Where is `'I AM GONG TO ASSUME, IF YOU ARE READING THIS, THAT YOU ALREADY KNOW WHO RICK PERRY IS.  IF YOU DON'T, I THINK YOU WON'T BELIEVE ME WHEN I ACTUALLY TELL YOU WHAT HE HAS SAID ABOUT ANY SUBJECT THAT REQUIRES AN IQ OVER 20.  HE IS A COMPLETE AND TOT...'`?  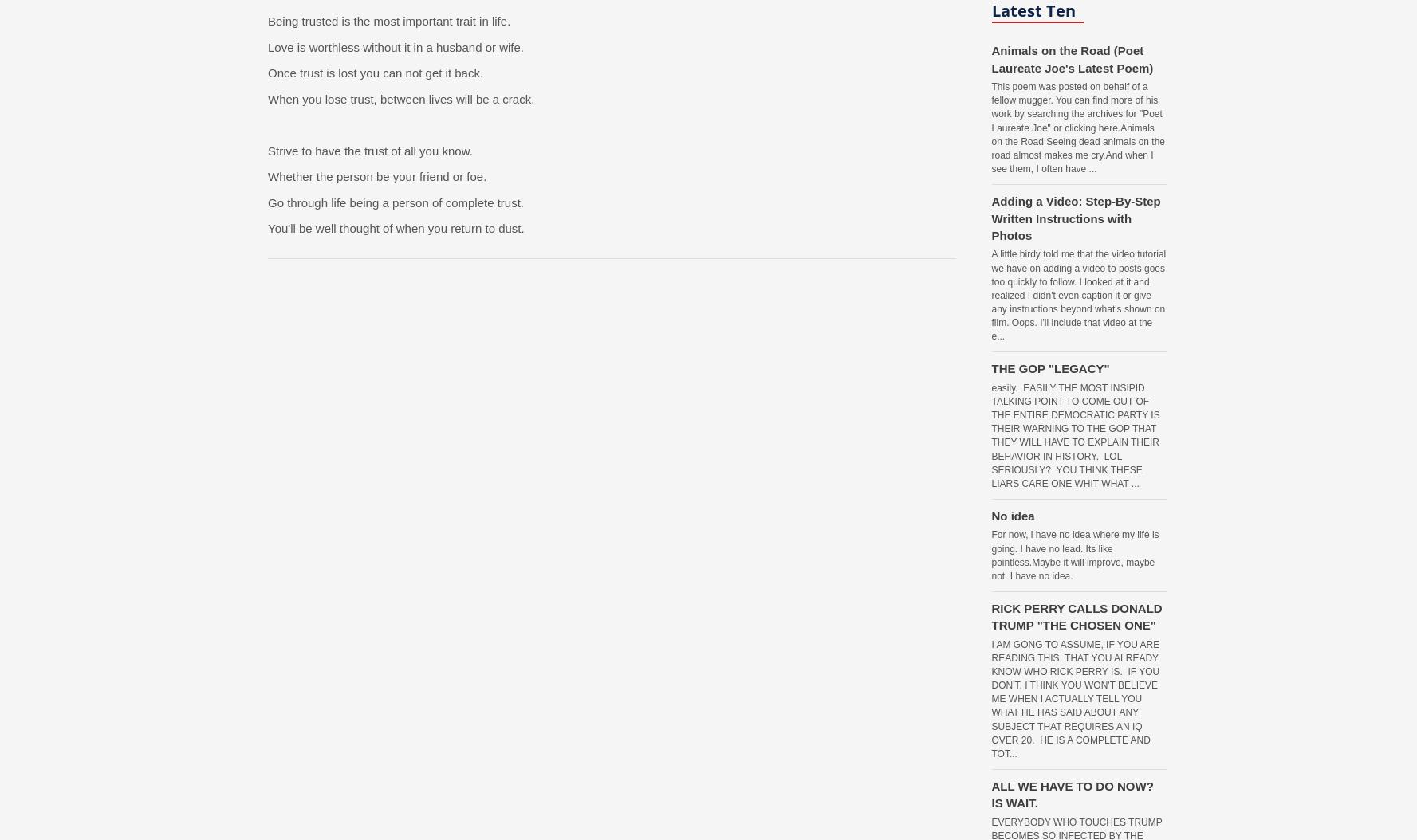
'I AM GONG TO ASSUME, IF YOU ARE READING THIS, THAT YOU ALREADY KNOW WHO RICK PERRY IS.  IF YOU DON'T, I THINK YOU WON'T BELIEVE ME WHEN I ACTUALLY TELL YOU WHAT HE HAS SAID ABOUT ANY SUBJECT THAT REQUIRES AN IQ OVER 20.  HE IS A COMPLETE AND TOT...' is located at coordinates (1075, 698).